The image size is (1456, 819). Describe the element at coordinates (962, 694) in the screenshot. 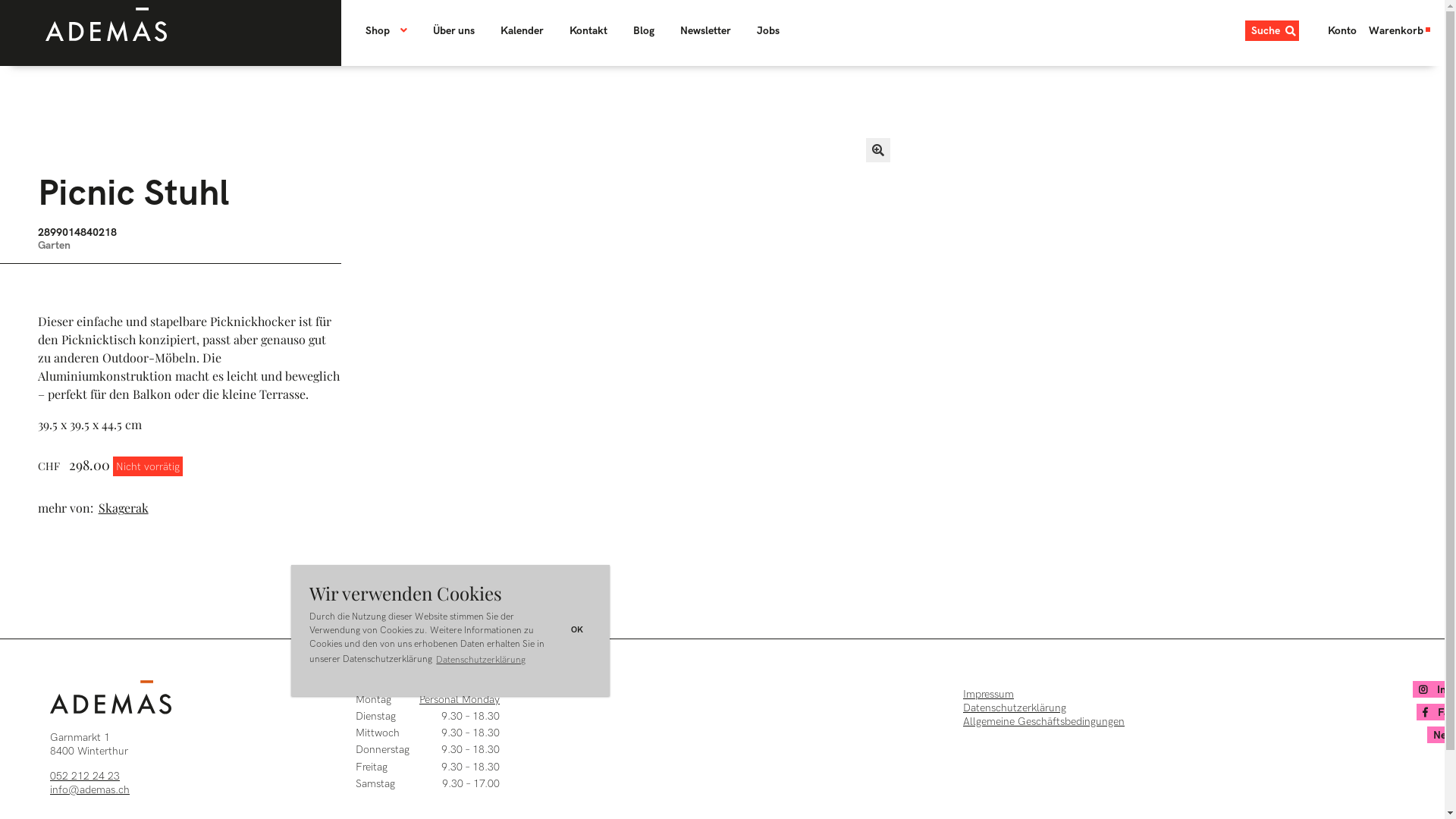

I see `'Impressum'` at that location.